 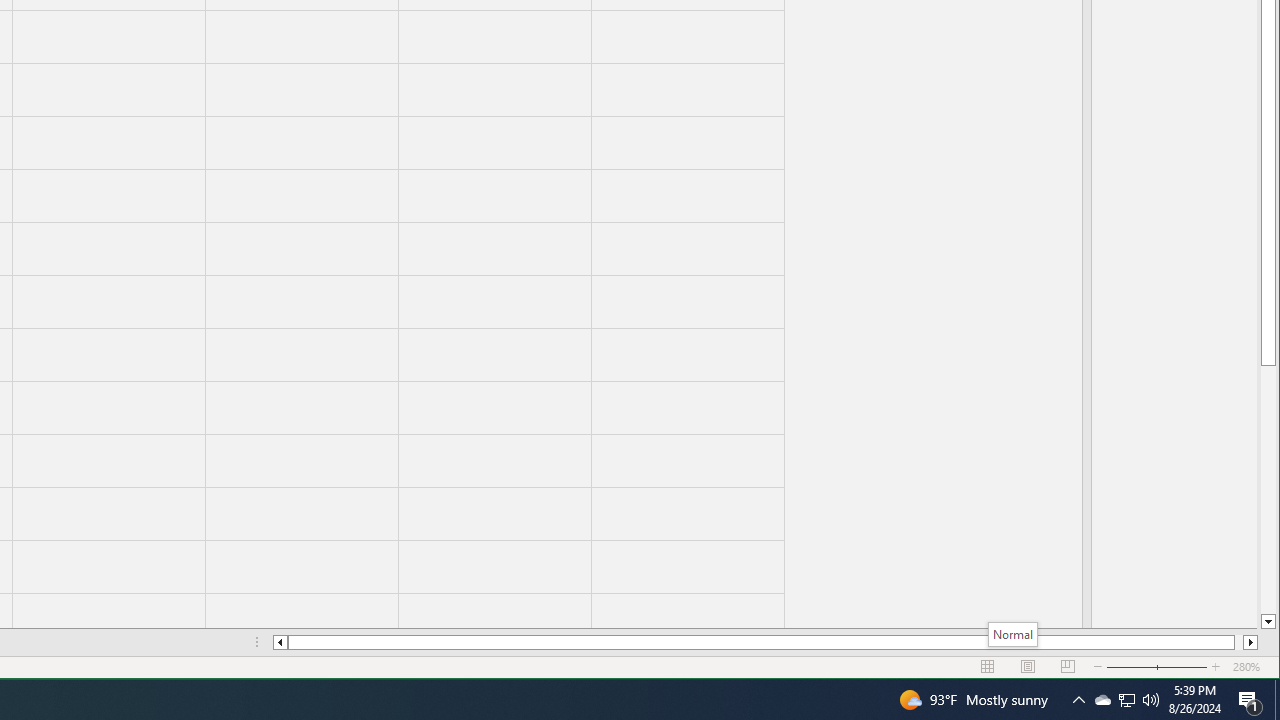 What do you see at coordinates (988, 667) in the screenshot?
I see `'Normal'` at bounding box center [988, 667].